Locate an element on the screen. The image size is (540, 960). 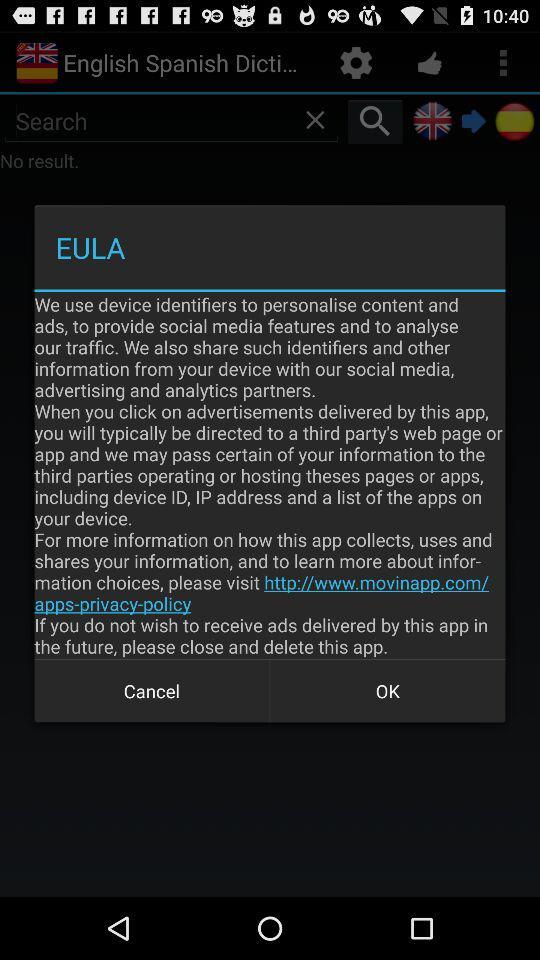
cancel item is located at coordinates (151, 691).